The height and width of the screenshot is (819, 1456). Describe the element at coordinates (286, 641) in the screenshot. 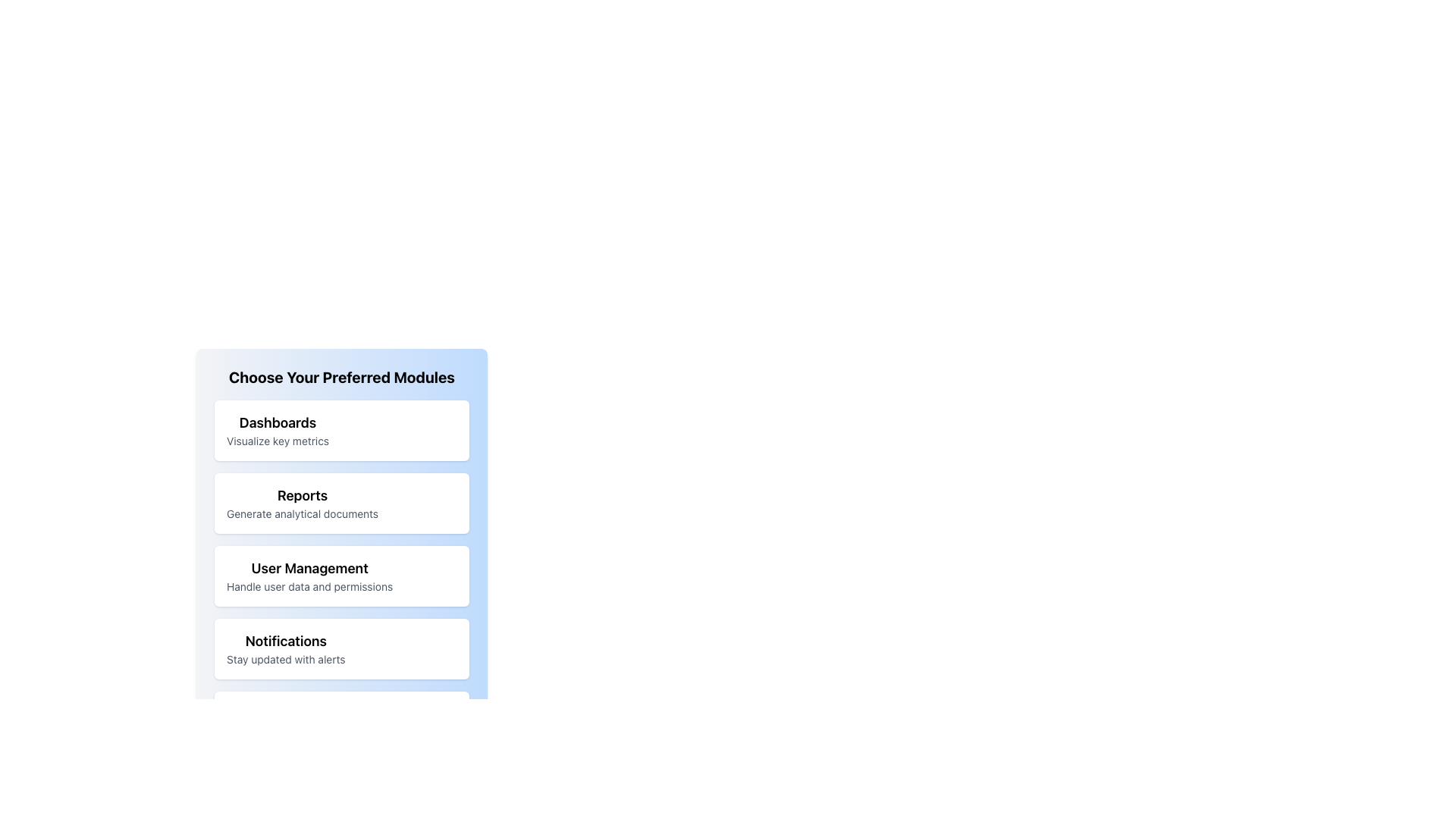

I see `text from the 'Notifications' text label, which is positioned in the fourth module option of the module selection interface` at that location.